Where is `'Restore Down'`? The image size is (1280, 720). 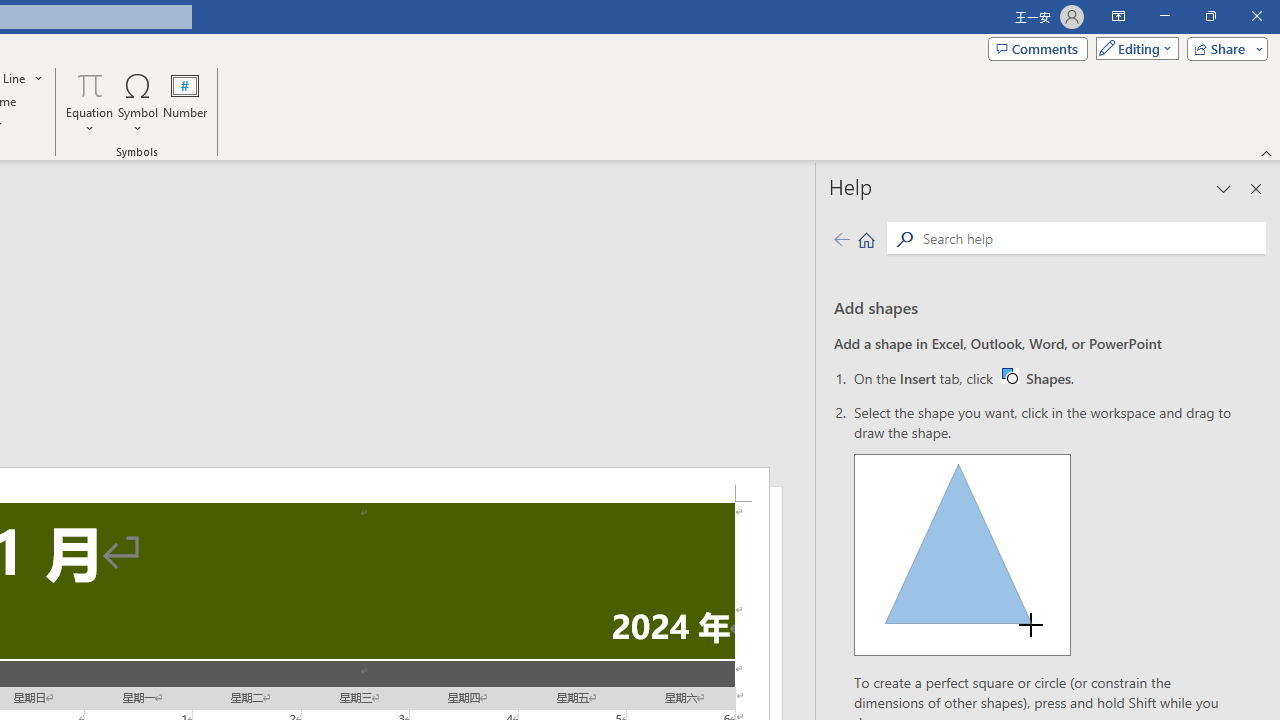 'Restore Down' is located at coordinates (1209, 16).